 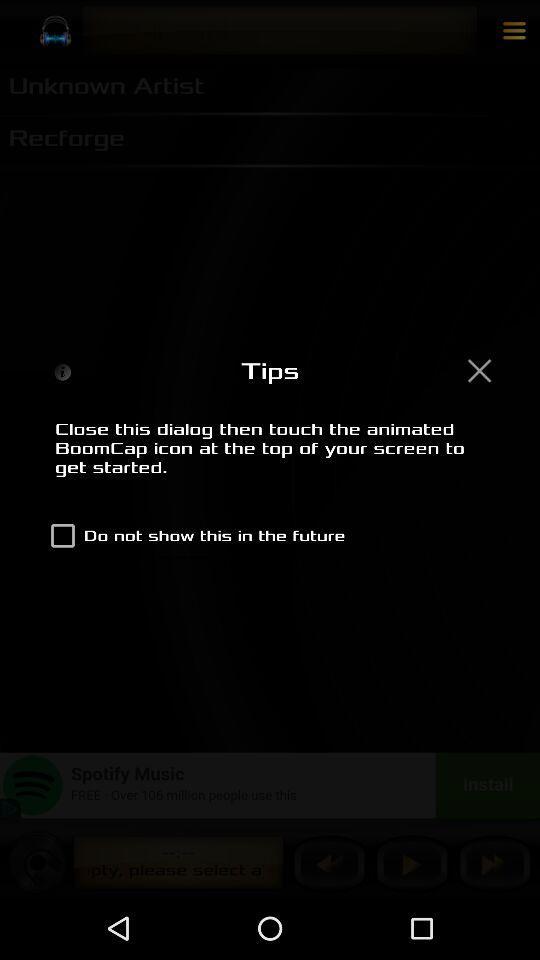 I want to click on item next to the tips item, so click(x=478, y=369).